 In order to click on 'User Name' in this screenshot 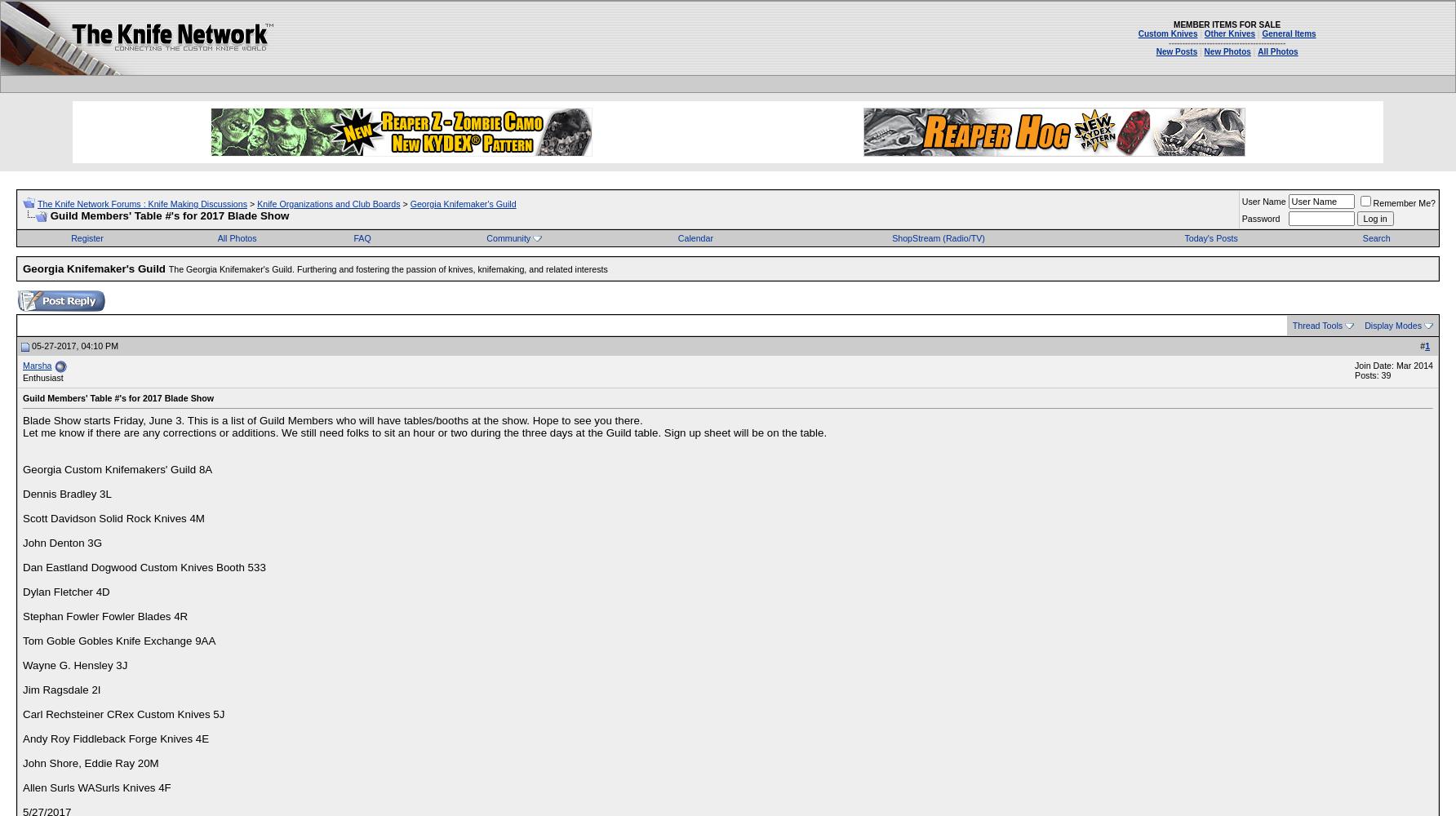, I will do `click(1262, 200)`.